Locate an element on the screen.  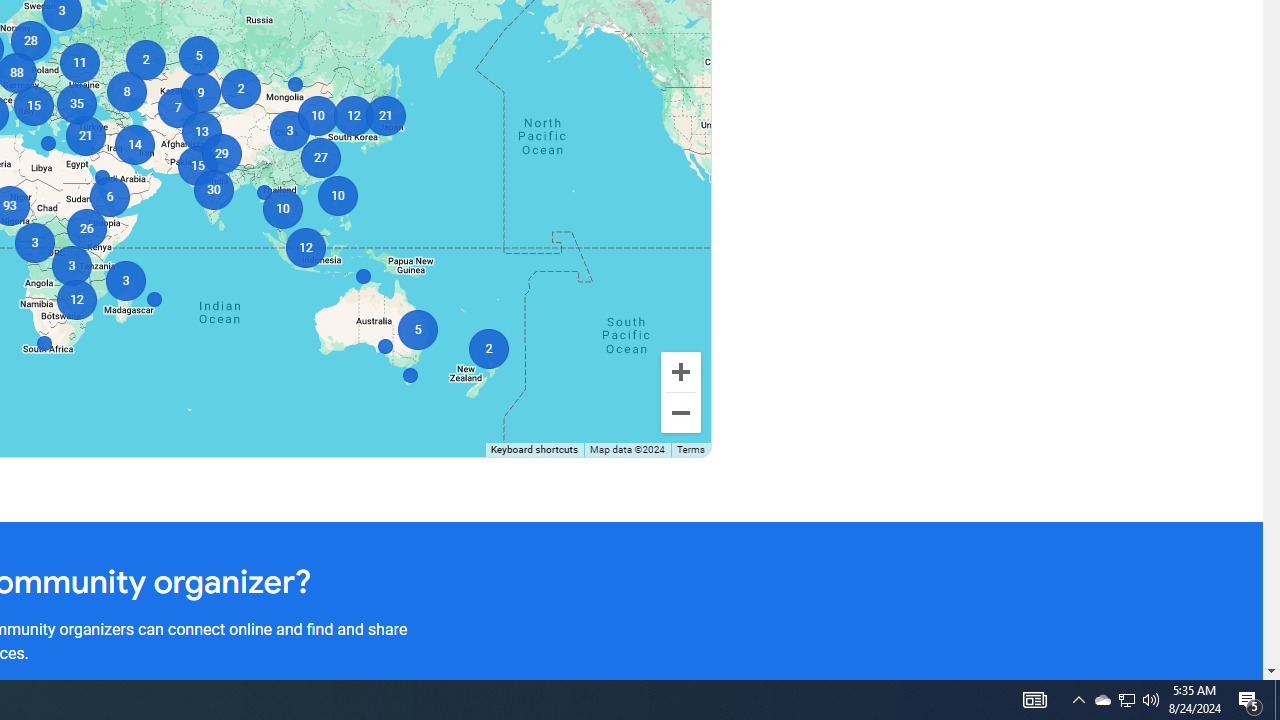
'3' is located at coordinates (34, 242).